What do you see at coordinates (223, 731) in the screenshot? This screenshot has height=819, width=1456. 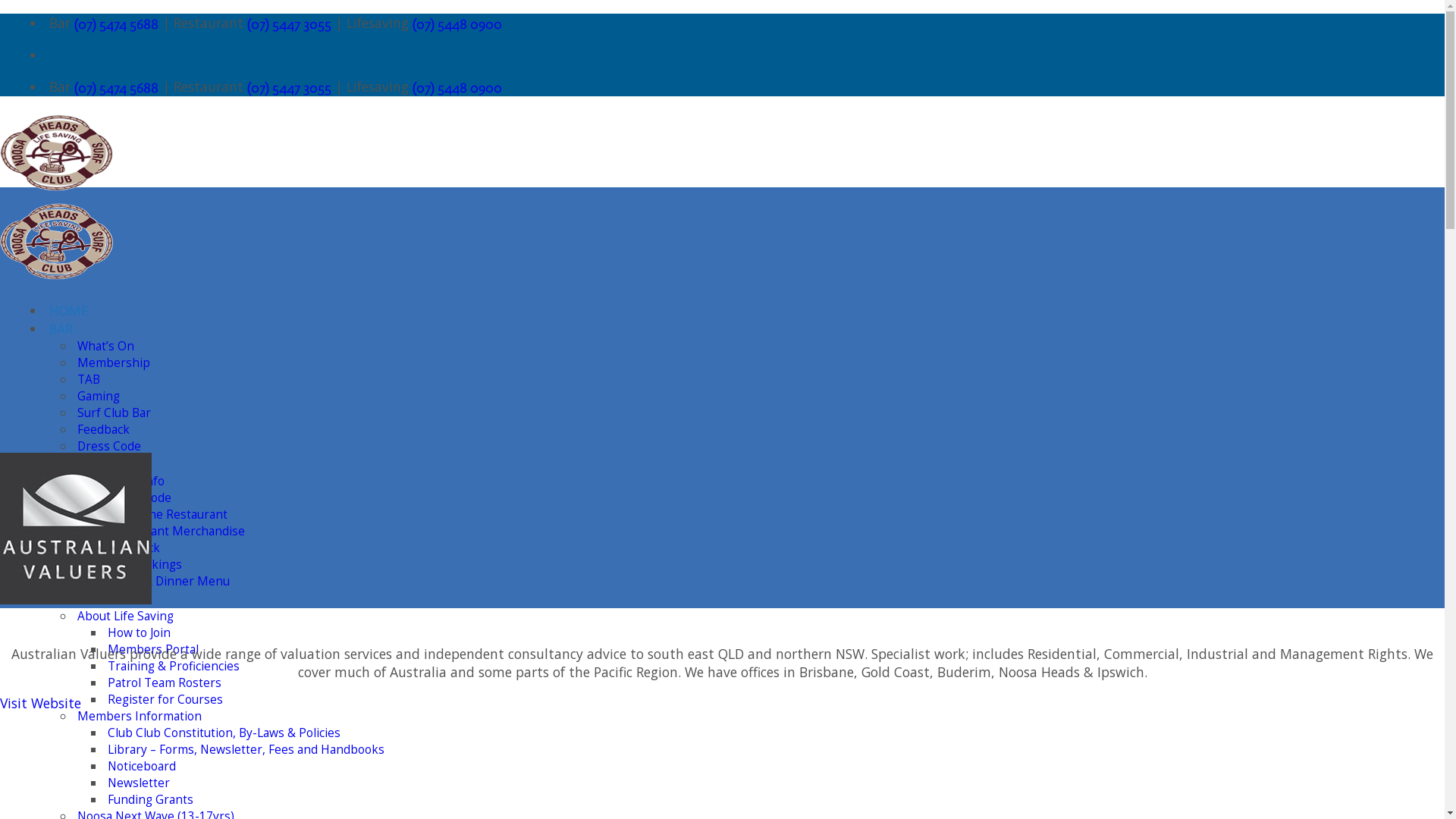 I see `'Club Club Constitution, By-Laws & Policies'` at bounding box center [223, 731].